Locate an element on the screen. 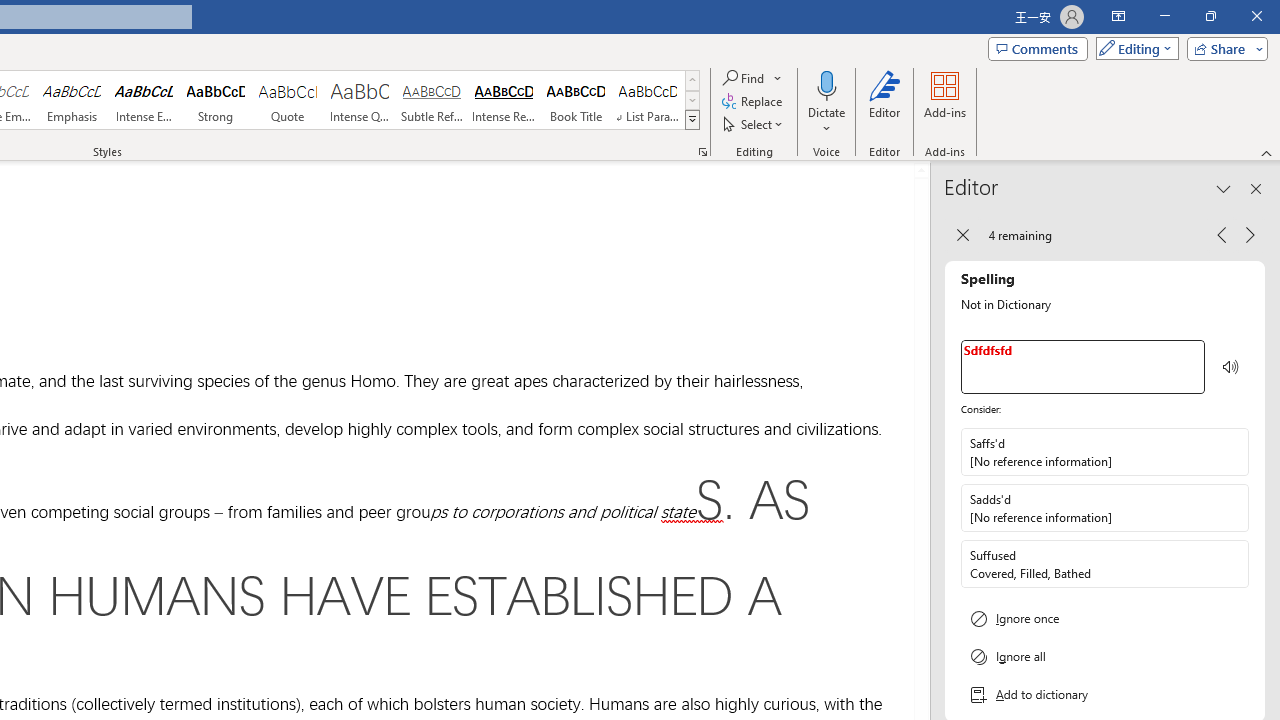  'Intense Emphasis' is located at coordinates (143, 100).